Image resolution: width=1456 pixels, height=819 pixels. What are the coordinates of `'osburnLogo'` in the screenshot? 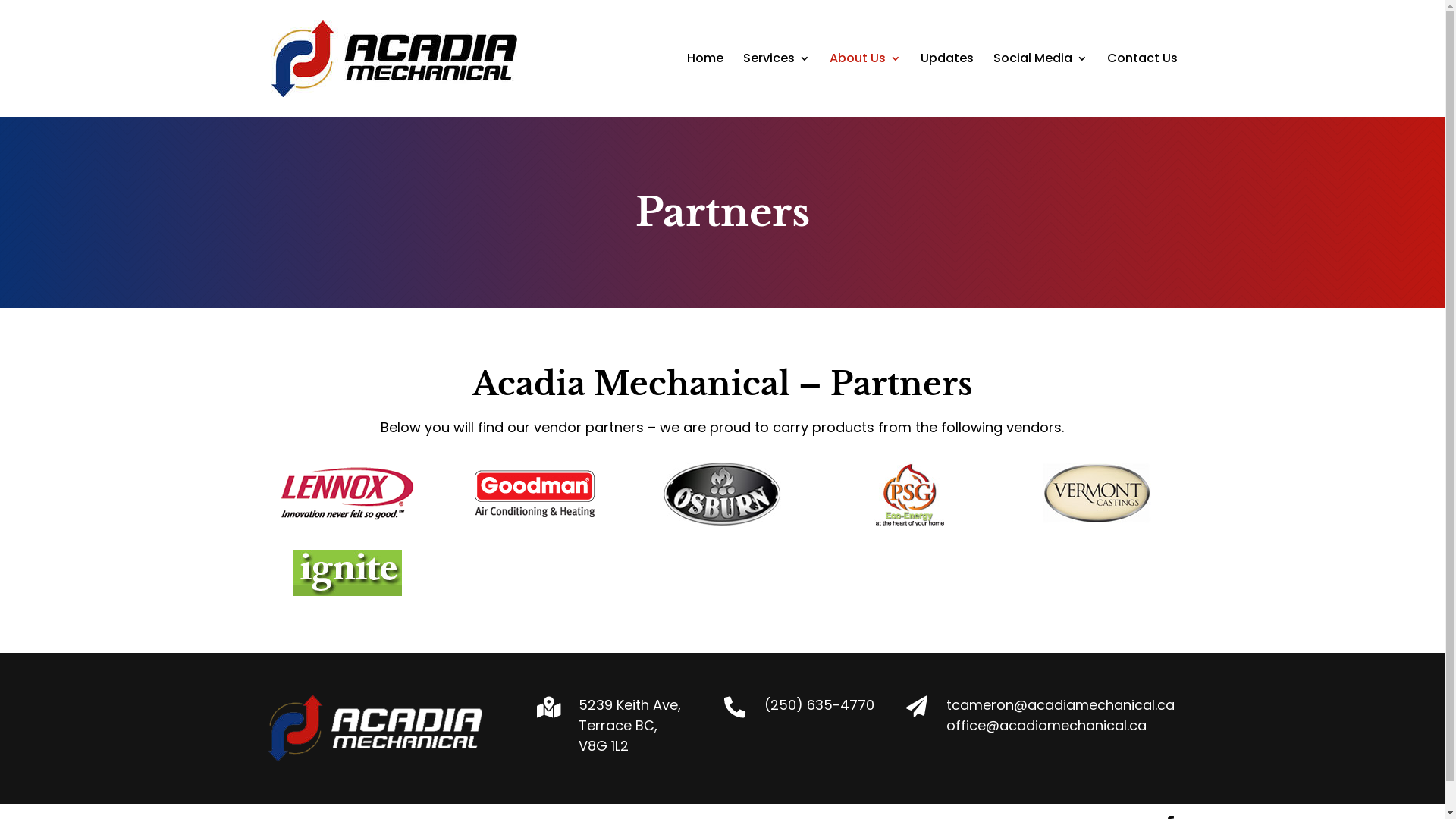 It's located at (720, 494).